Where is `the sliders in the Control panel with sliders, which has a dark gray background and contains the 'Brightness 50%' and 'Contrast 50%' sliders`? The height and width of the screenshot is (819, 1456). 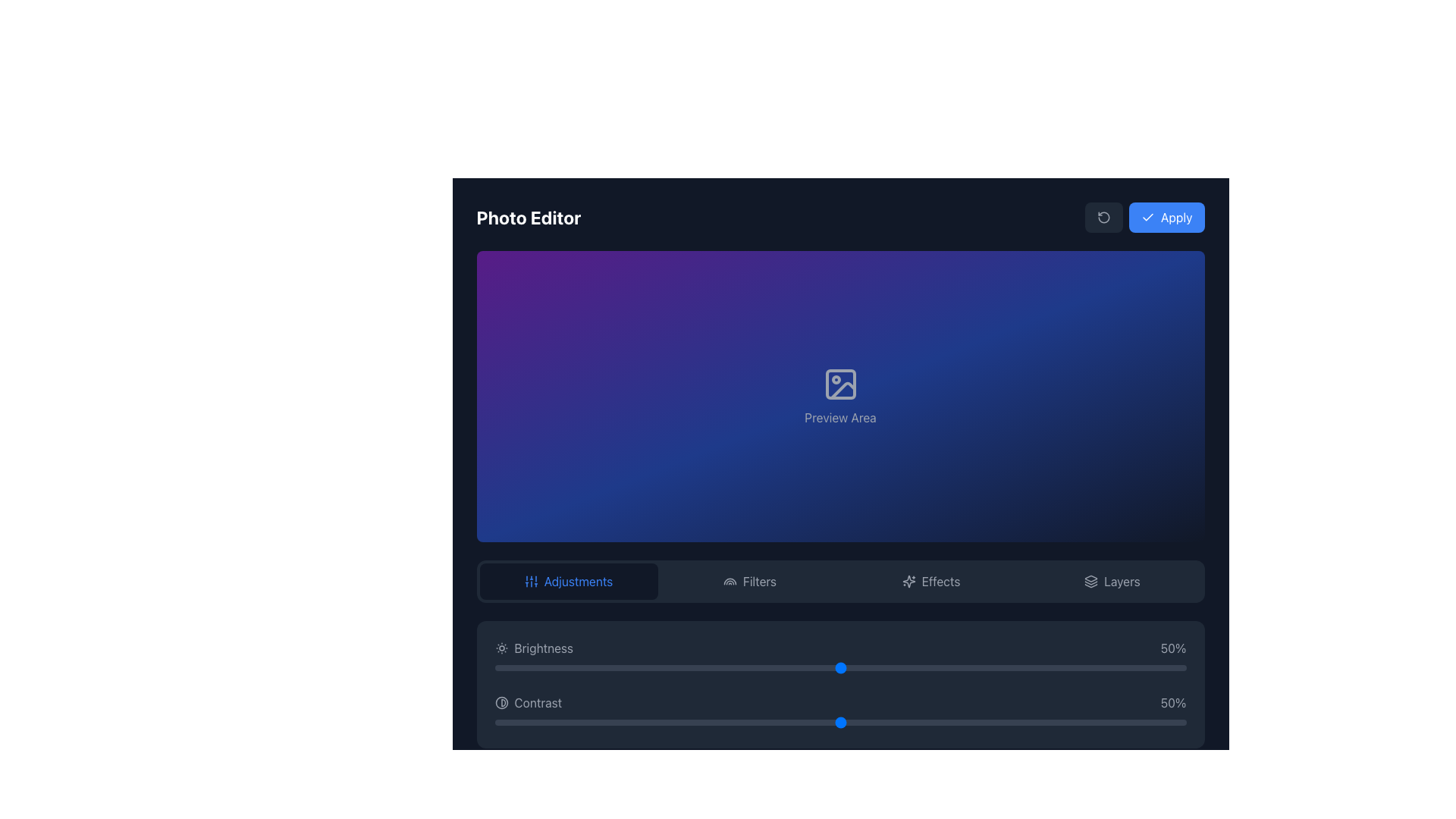
the sliders in the Control panel with sliders, which has a dark gray background and contains the 'Brightness 50%' and 'Contrast 50%' sliders is located at coordinates (839, 684).